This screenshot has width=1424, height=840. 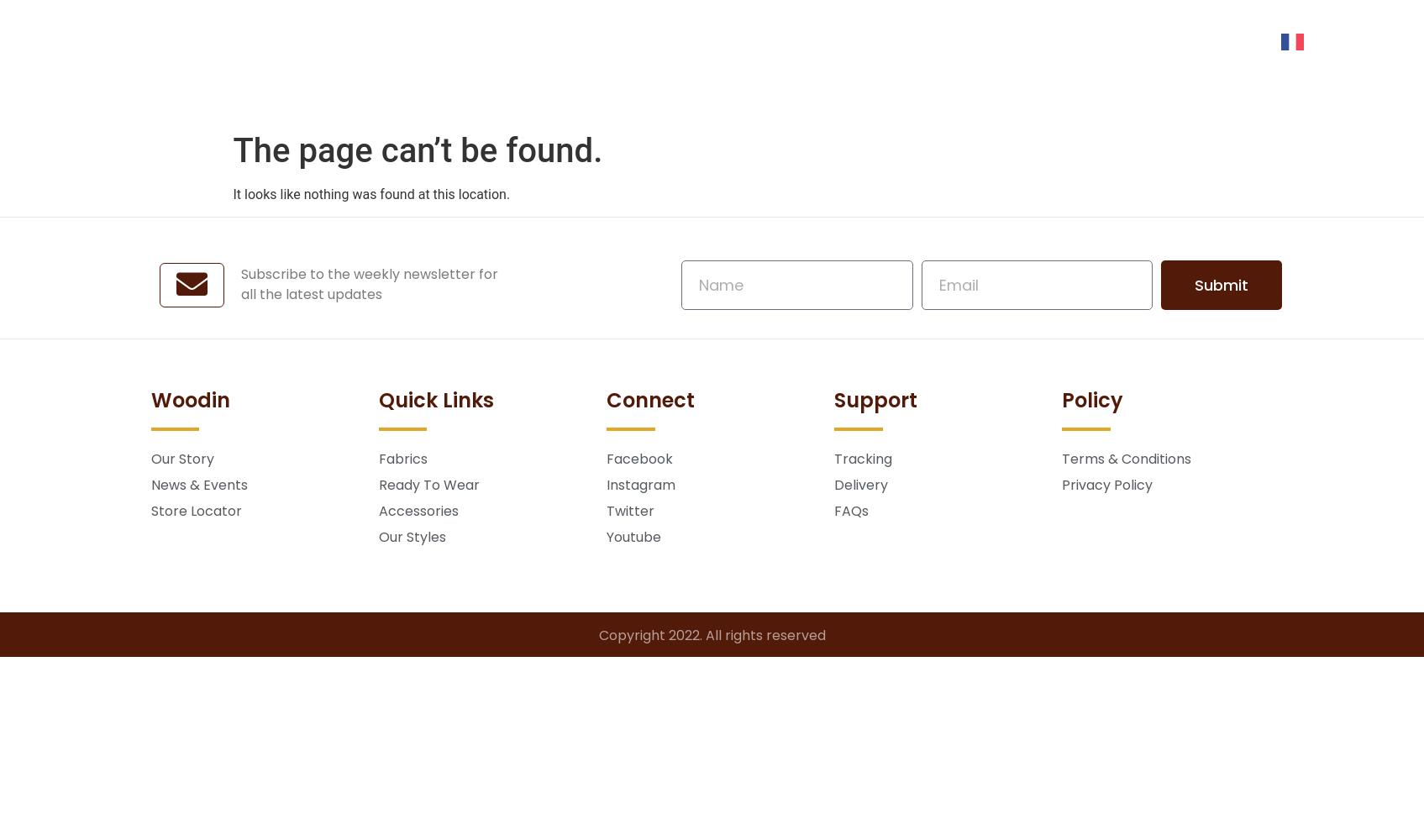 I want to click on 'Instagram', so click(x=639, y=483).